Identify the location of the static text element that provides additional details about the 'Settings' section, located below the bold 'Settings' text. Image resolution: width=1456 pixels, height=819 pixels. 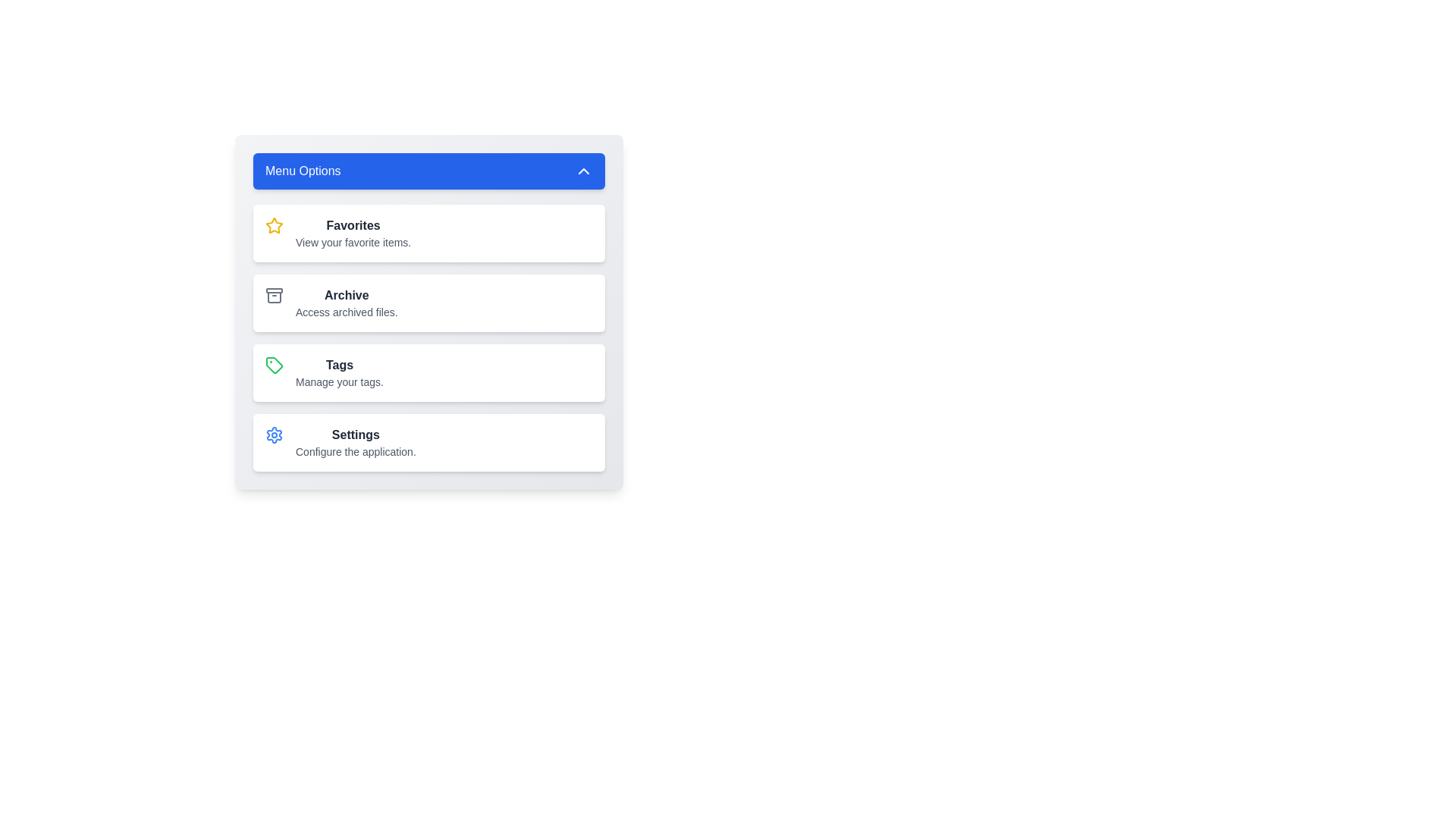
(355, 451).